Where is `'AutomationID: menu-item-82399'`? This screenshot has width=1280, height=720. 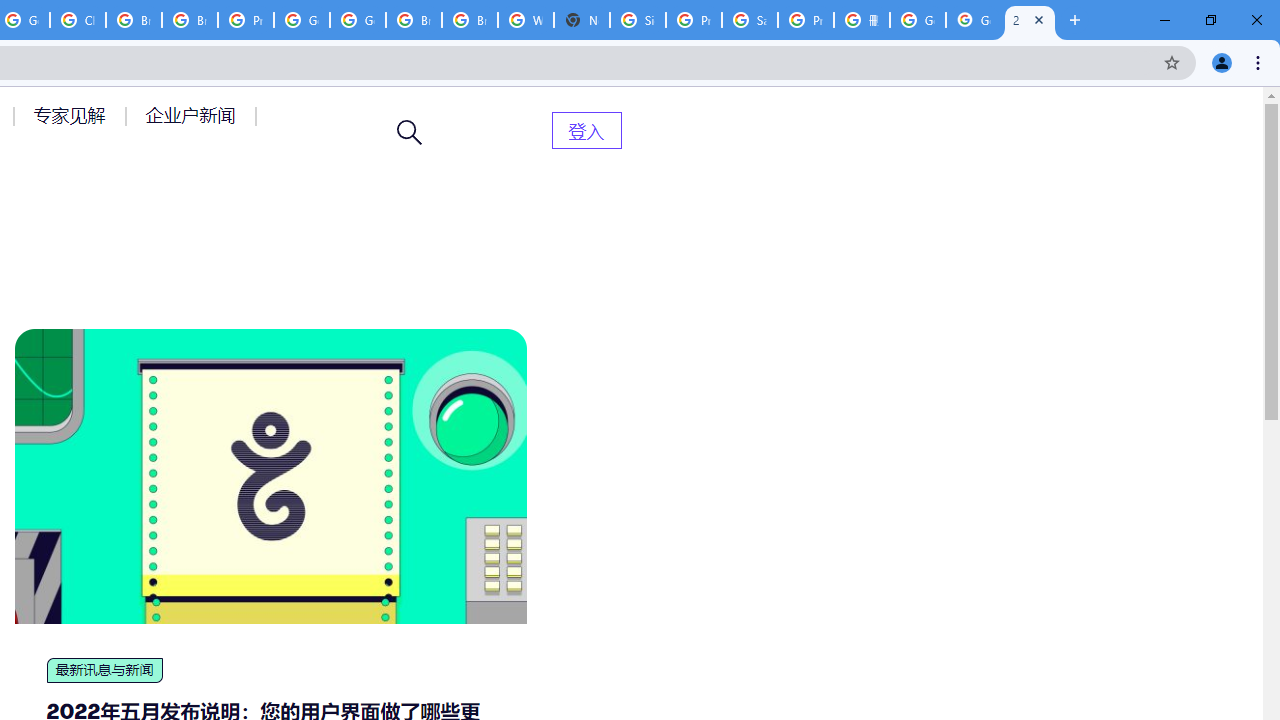 'AutomationID: menu-item-82399' is located at coordinates (585, 129).